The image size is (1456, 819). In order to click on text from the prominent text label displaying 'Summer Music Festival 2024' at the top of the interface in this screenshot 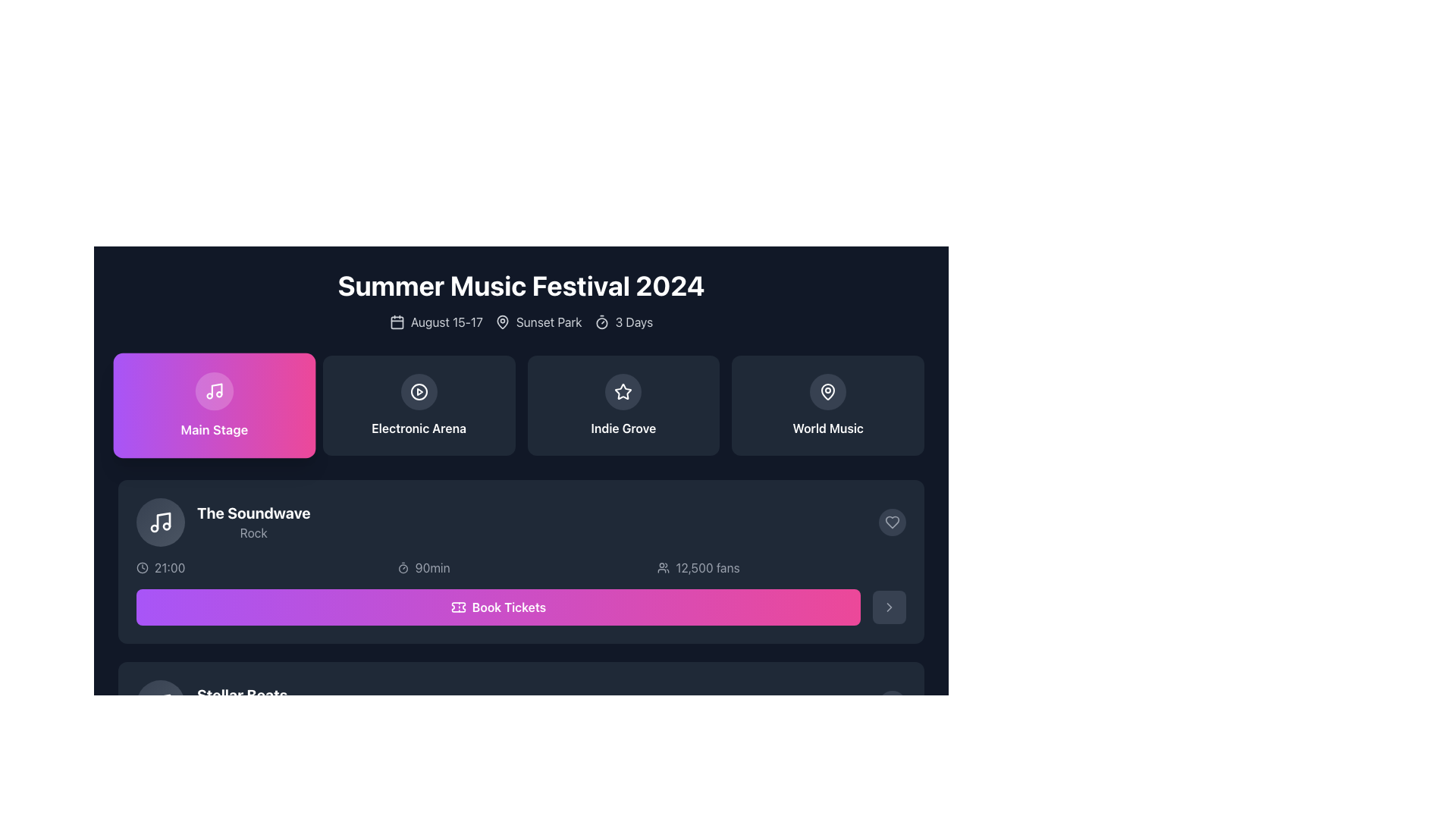, I will do `click(521, 286)`.